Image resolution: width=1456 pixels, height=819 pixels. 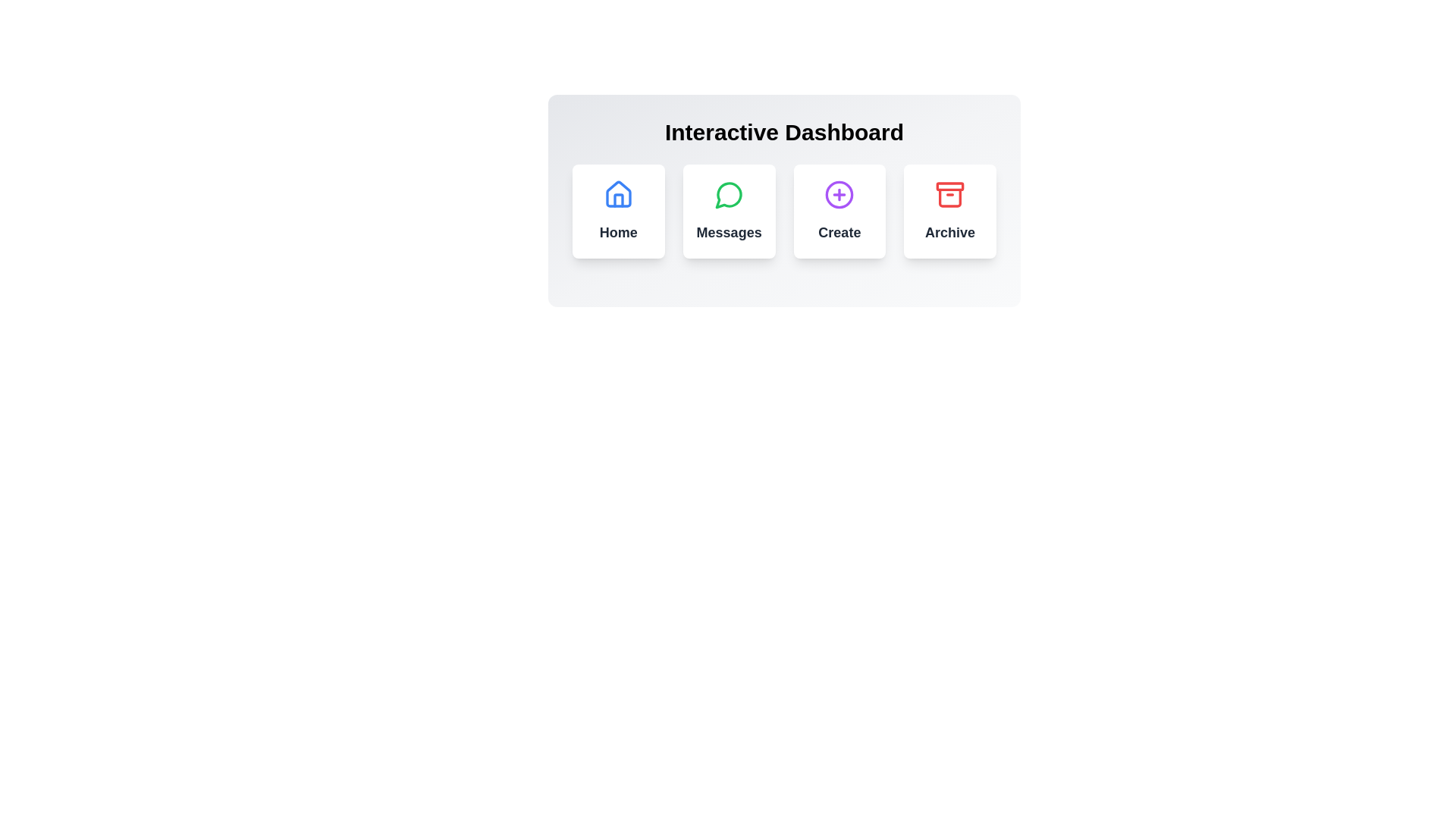 What do you see at coordinates (839, 211) in the screenshot?
I see `the 'Create' button, which is the third button in a grid layout, to trigger hover effects` at bounding box center [839, 211].